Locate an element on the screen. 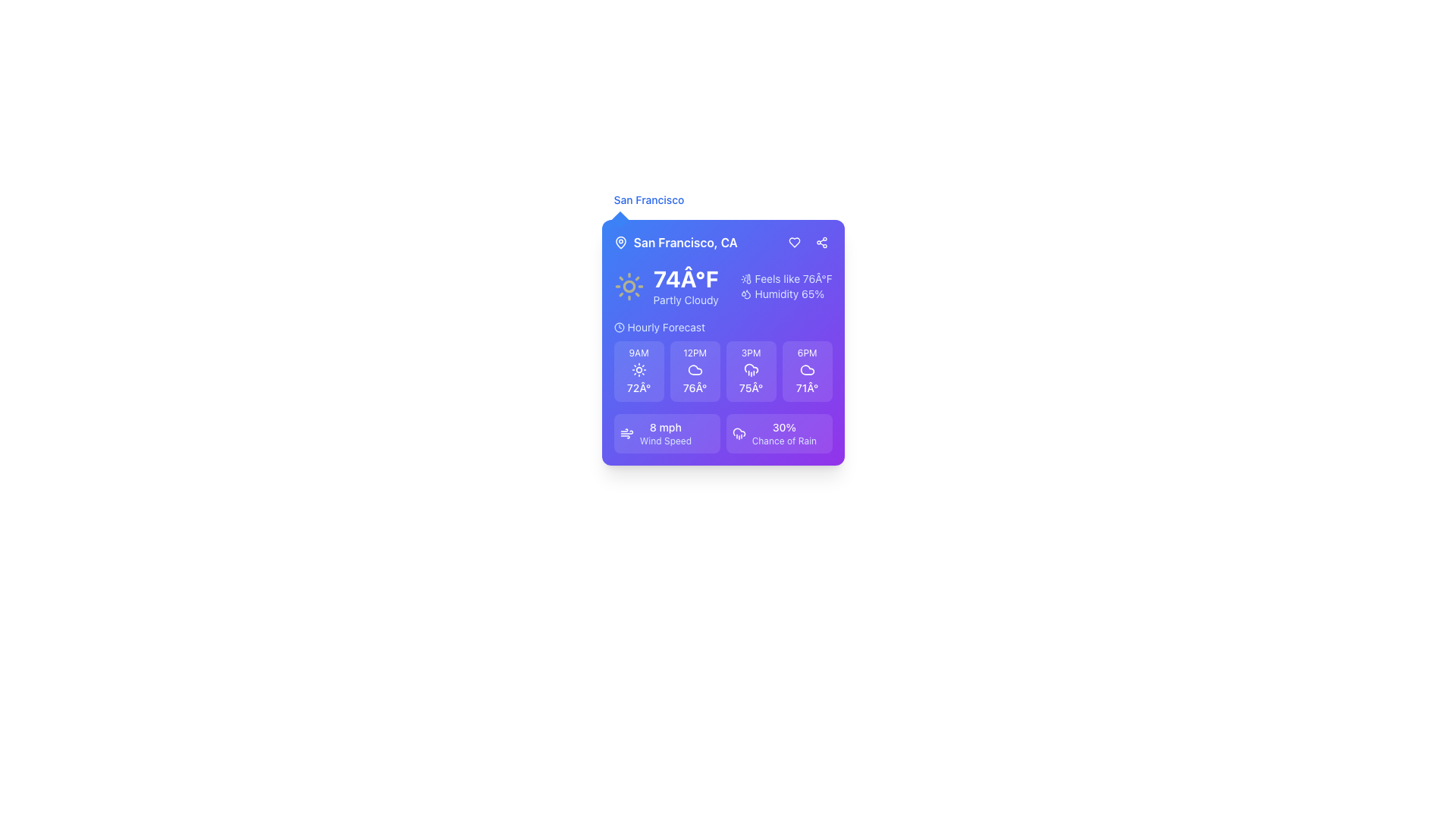 The width and height of the screenshot is (1456, 819). the stylized cloud vector graphic icon located in the top-left section of the weather forecast card is located at coordinates (694, 370).